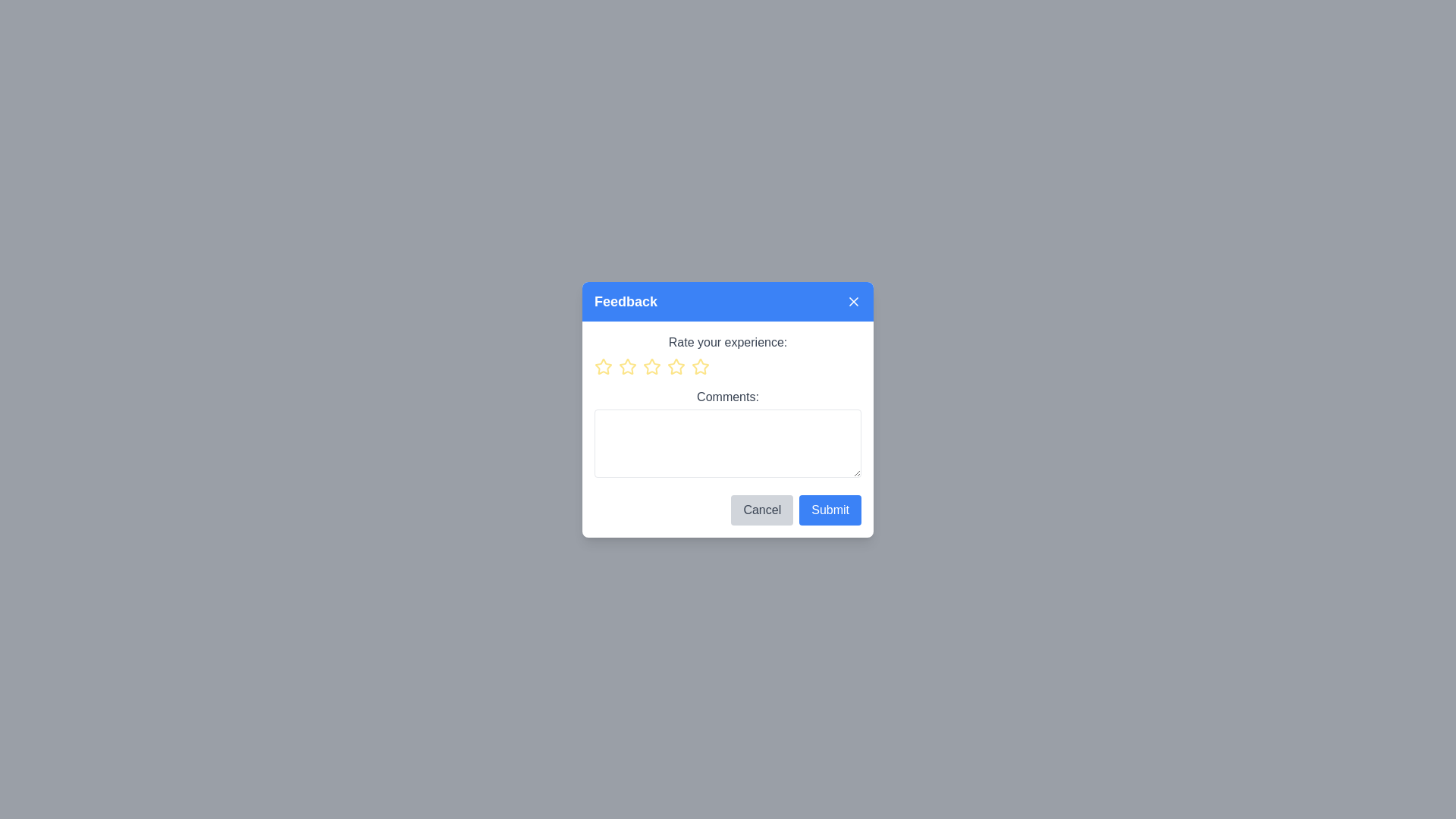 The width and height of the screenshot is (1456, 819). What do you see at coordinates (603, 366) in the screenshot?
I see `the first star rating button in the feedback dialog box` at bounding box center [603, 366].